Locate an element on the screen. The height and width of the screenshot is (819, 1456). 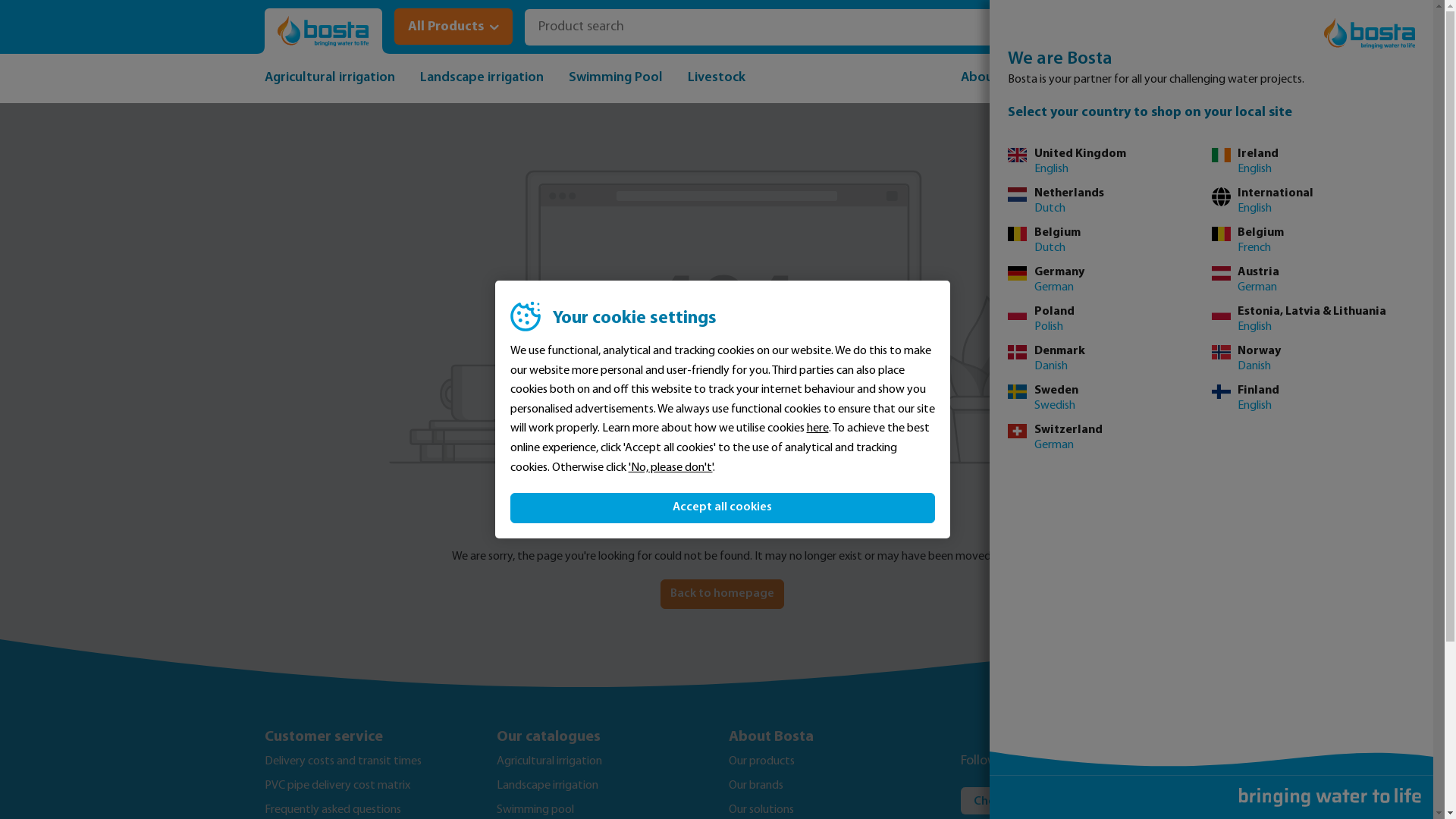
'About Bosta' is located at coordinates (998, 78).